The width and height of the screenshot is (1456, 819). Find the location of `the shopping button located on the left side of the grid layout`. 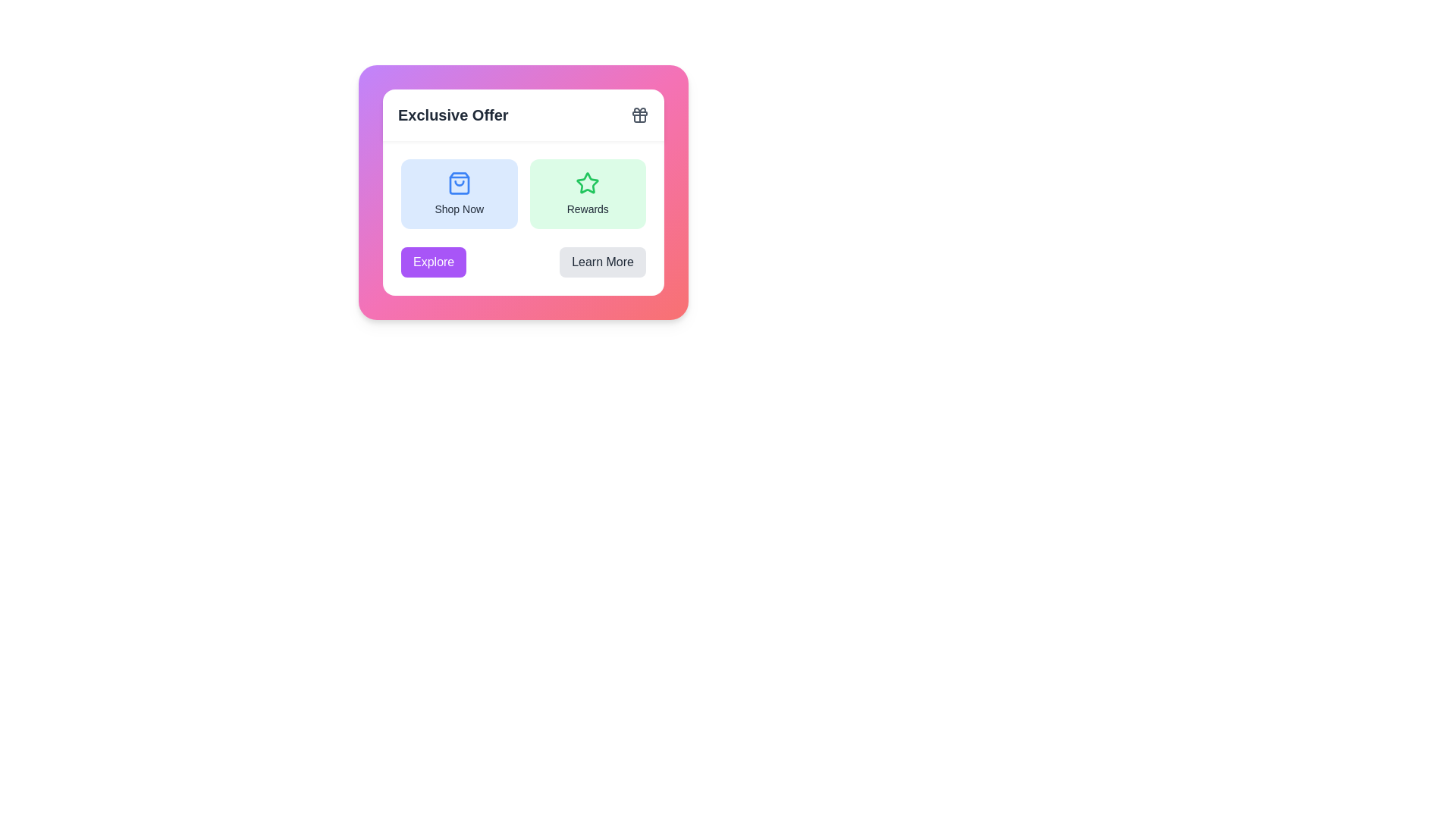

the shopping button located on the left side of the grid layout is located at coordinates (458, 193).